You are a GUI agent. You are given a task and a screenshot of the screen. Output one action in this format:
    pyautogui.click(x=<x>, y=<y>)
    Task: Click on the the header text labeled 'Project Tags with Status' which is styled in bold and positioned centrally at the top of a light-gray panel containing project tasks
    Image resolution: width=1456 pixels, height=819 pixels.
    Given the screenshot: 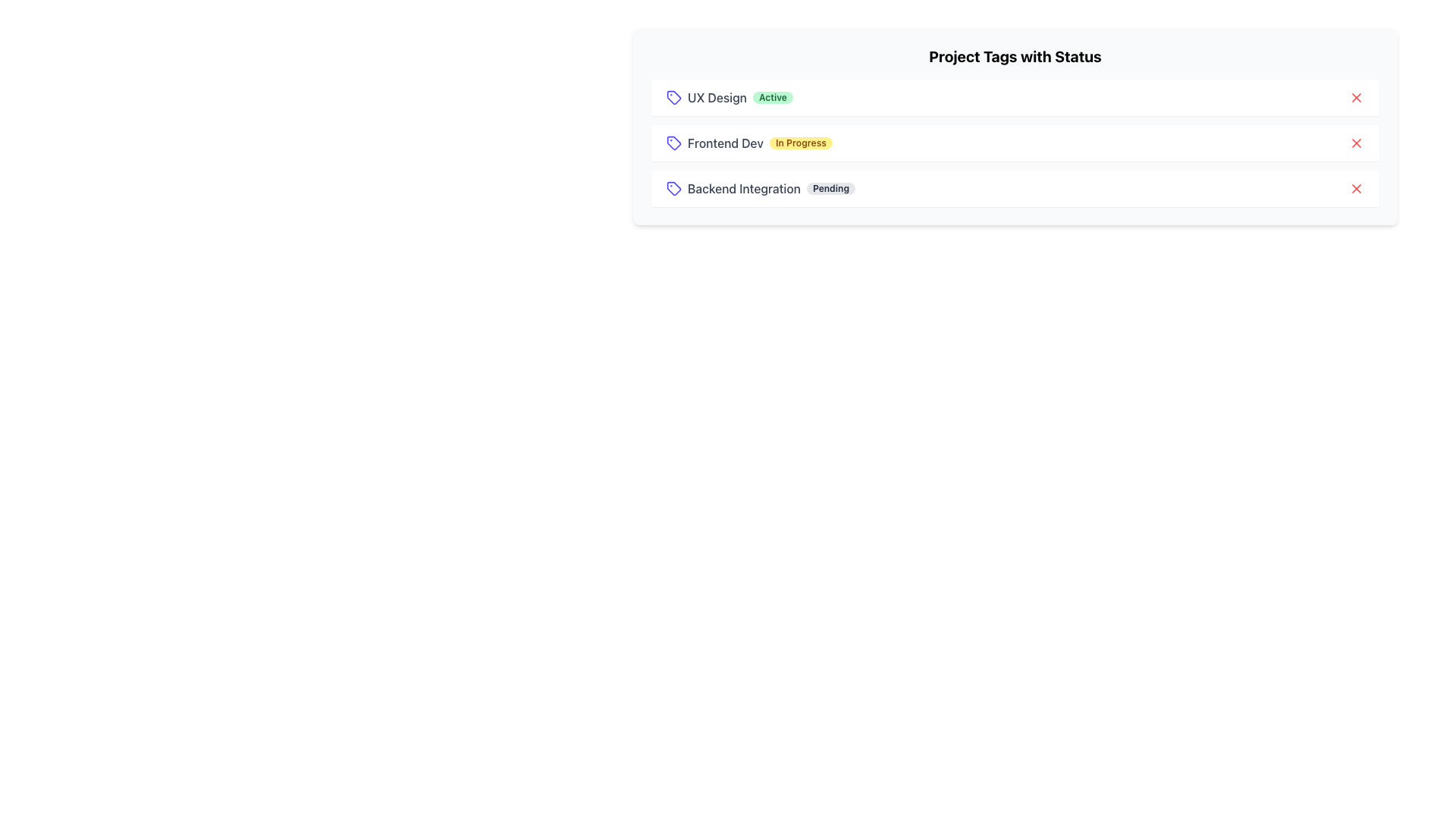 What is the action you would take?
    pyautogui.click(x=1015, y=55)
    